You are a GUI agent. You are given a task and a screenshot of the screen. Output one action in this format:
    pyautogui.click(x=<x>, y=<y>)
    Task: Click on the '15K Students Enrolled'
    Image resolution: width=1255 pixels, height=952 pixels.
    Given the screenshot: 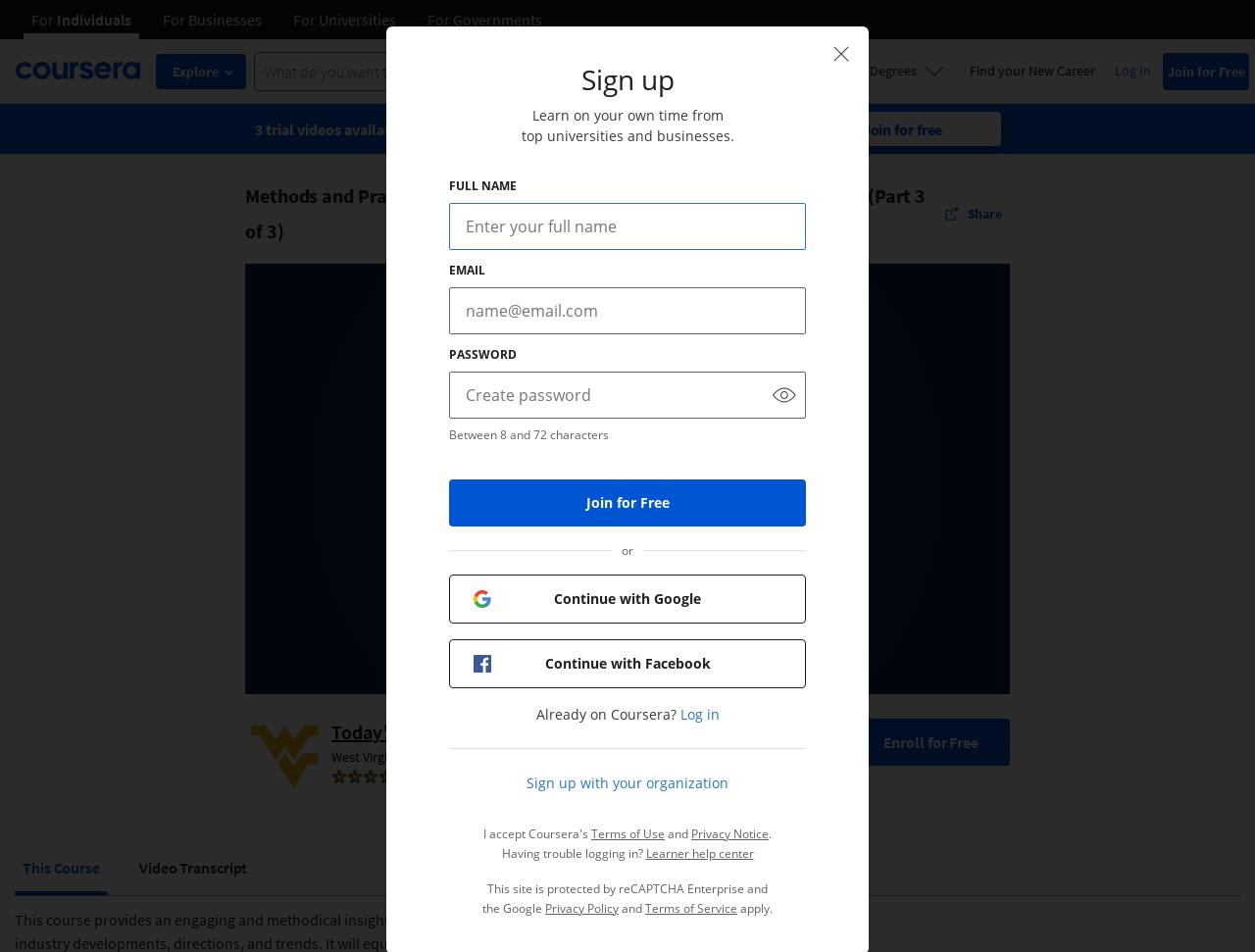 What is the action you would take?
    pyautogui.click(x=582, y=777)
    